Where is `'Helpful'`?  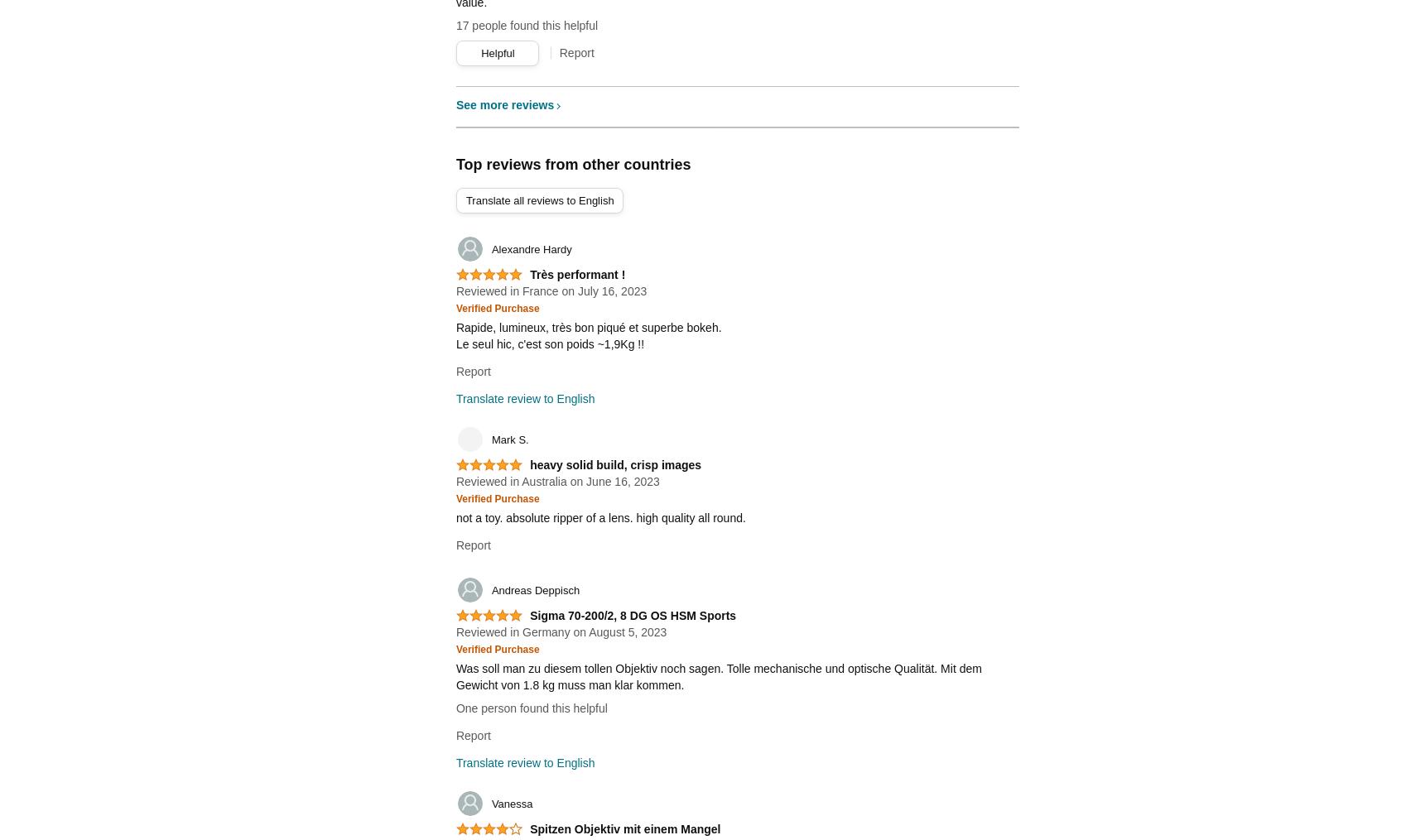
'Helpful' is located at coordinates (496, 52).